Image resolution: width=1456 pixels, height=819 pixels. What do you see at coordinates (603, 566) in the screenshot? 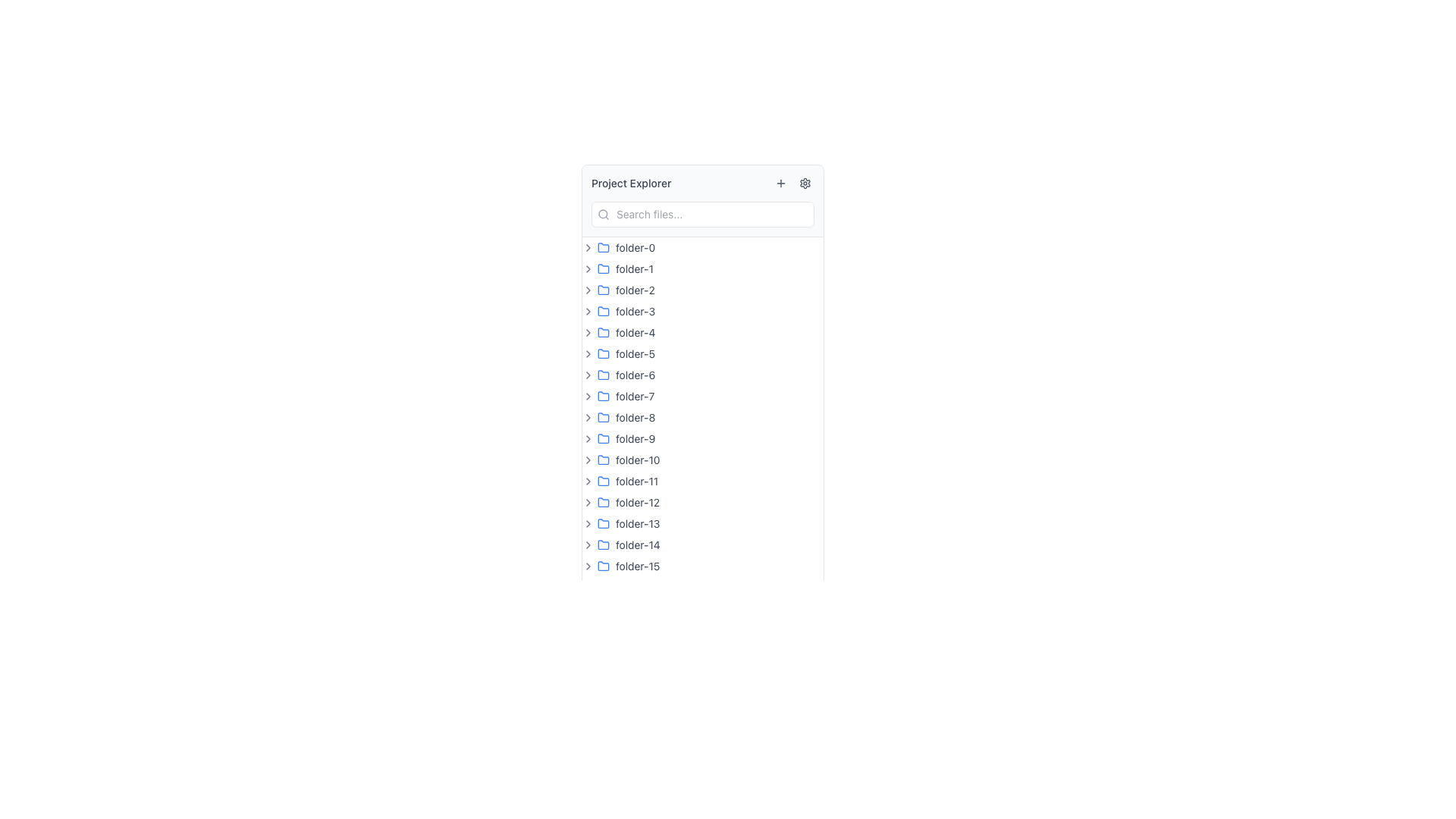
I see `the folder icon for the 'folder-15' item in the project explorer list, which is positioned to the left of its text label` at bounding box center [603, 566].